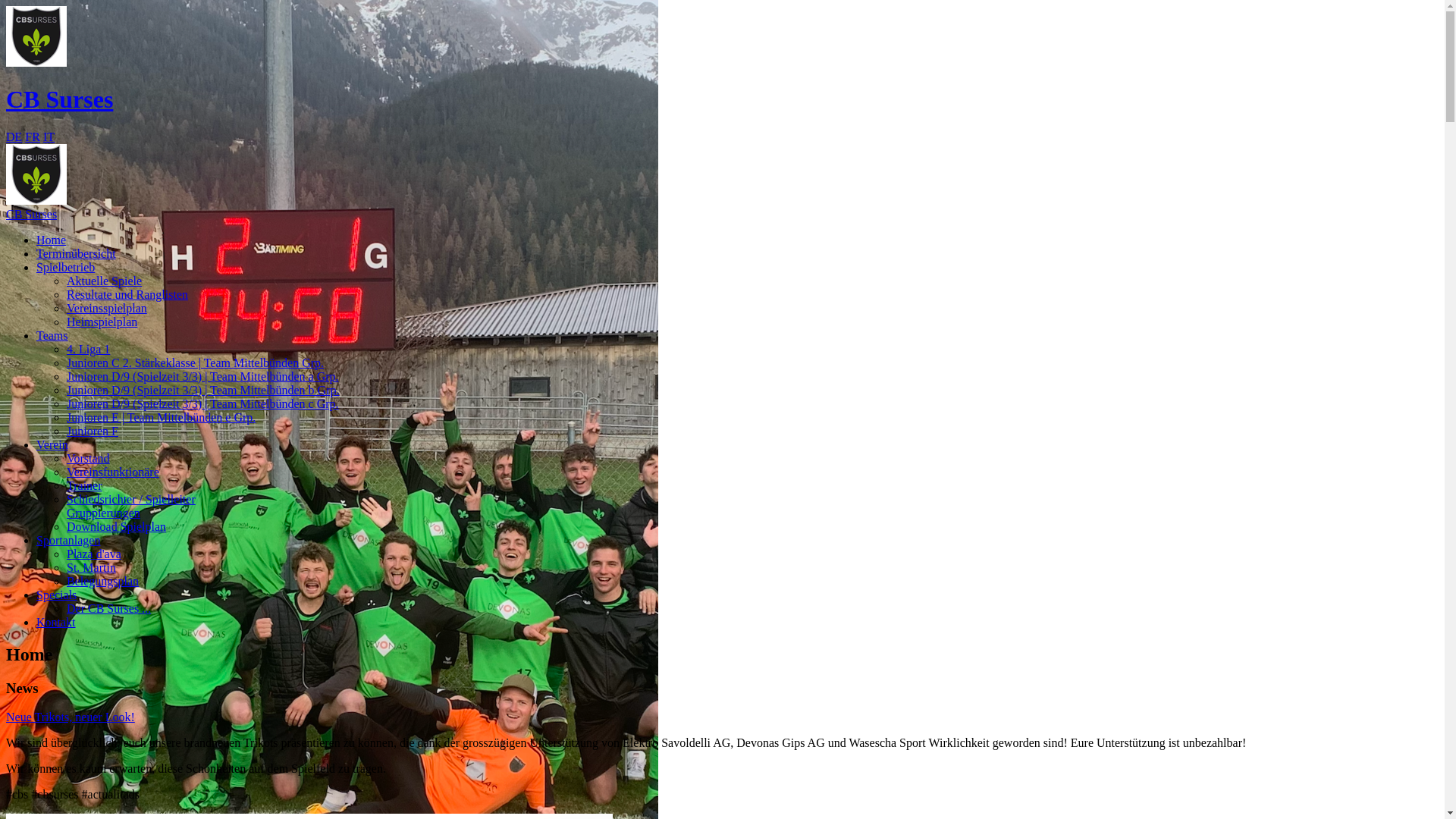 The width and height of the screenshot is (1456, 819). I want to click on 'Sportanlagen', so click(36, 539).